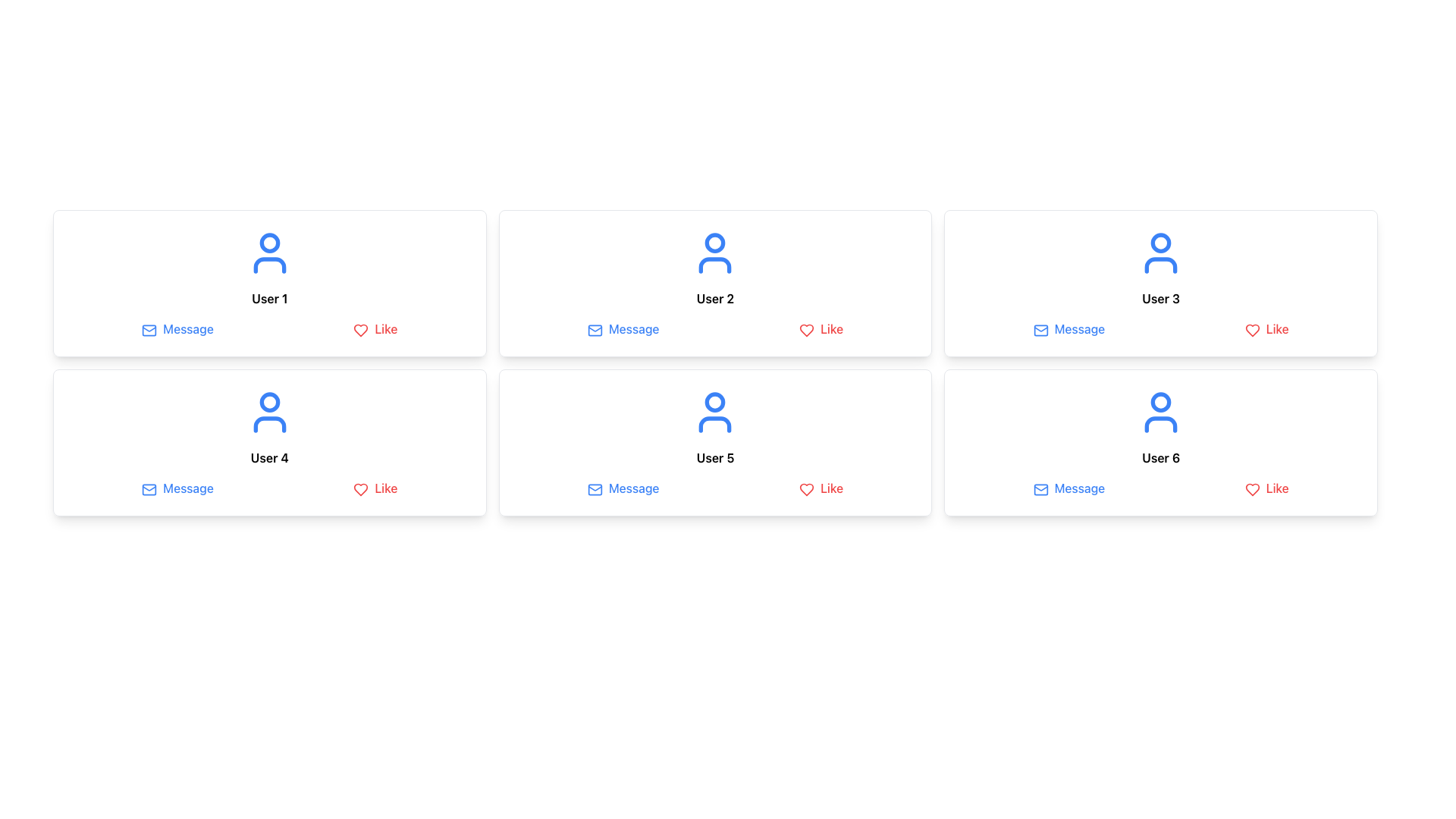 This screenshot has width=1456, height=819. I want to click on the 'Like' button, which is a red text saying 'Like' beside a red outlined heart icon, located, so click(821, 488).